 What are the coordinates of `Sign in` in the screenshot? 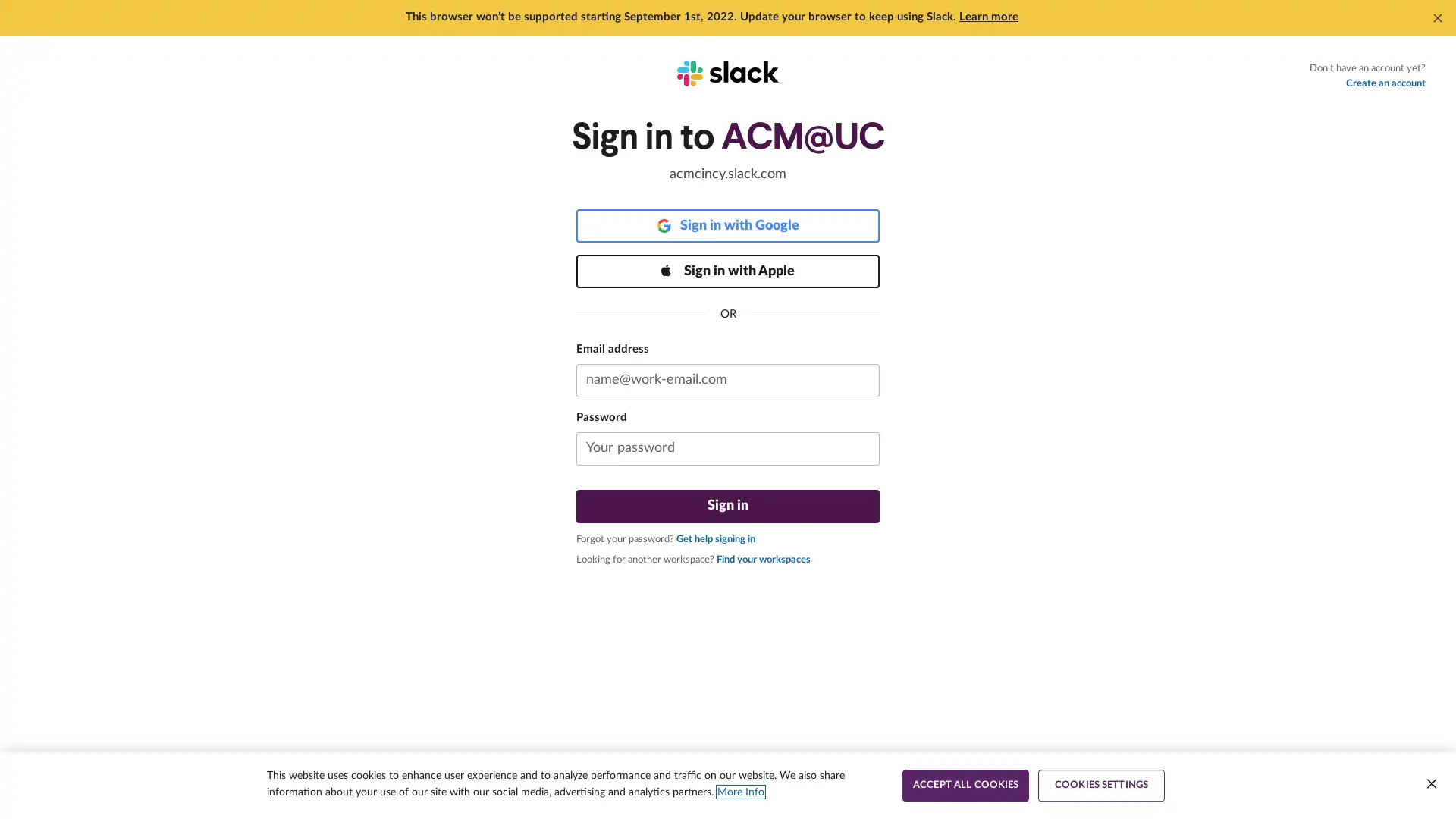 It's located at (728, 506).